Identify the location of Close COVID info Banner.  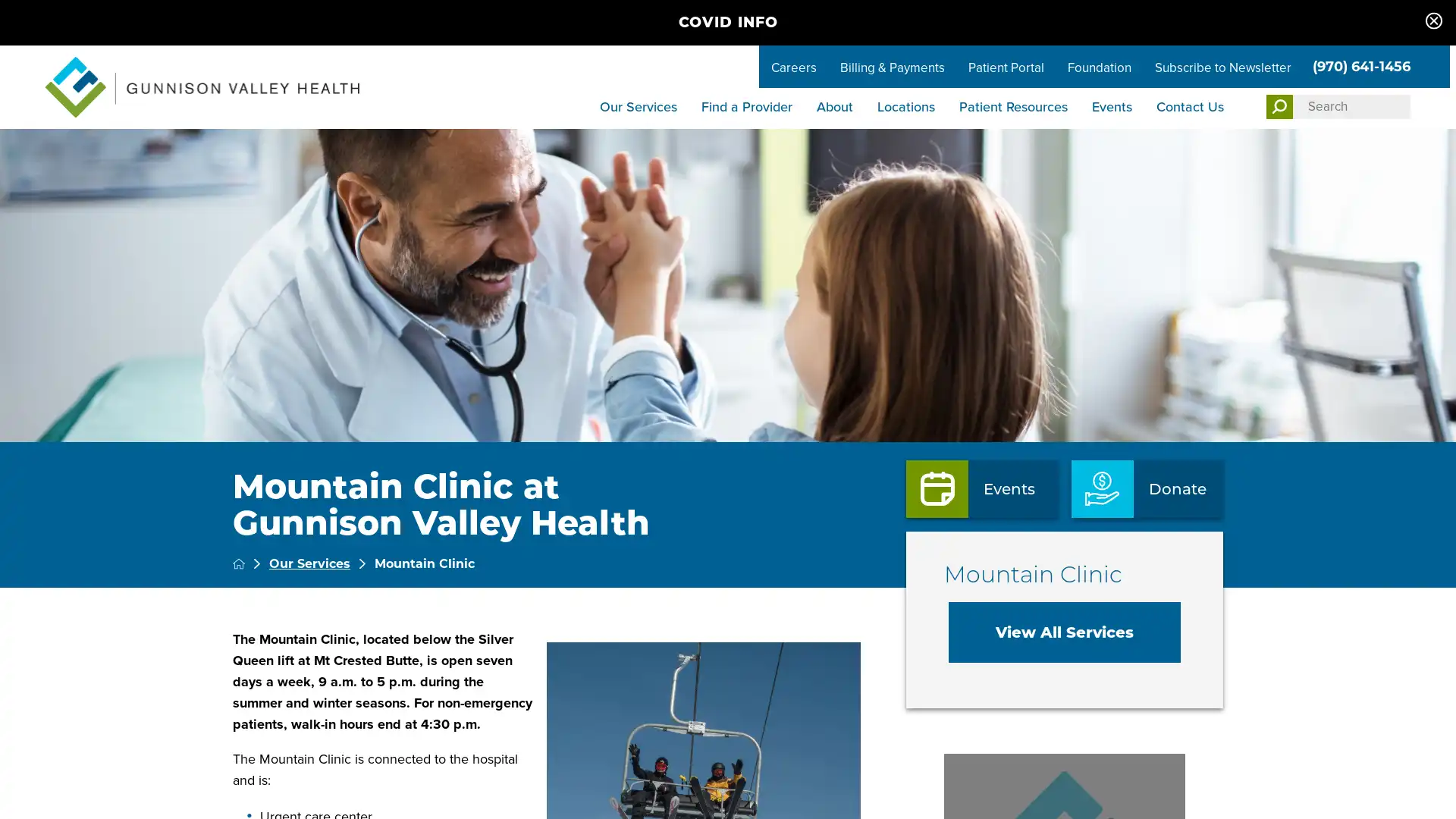
(1433, 21).